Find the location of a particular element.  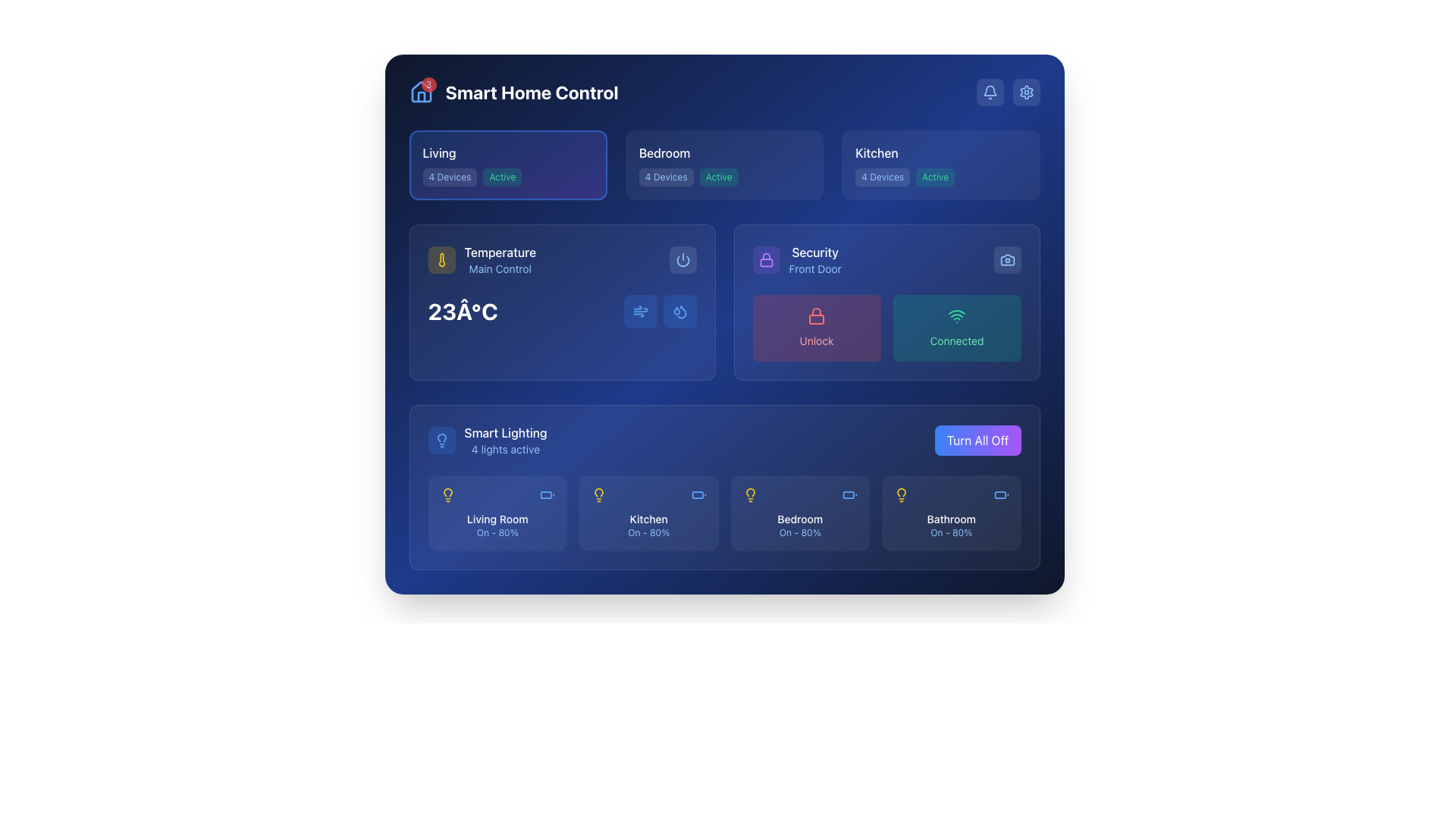

the camera icon located at the top-right of the security card module in the second row, which is used is located at coordinates (1007, 259).